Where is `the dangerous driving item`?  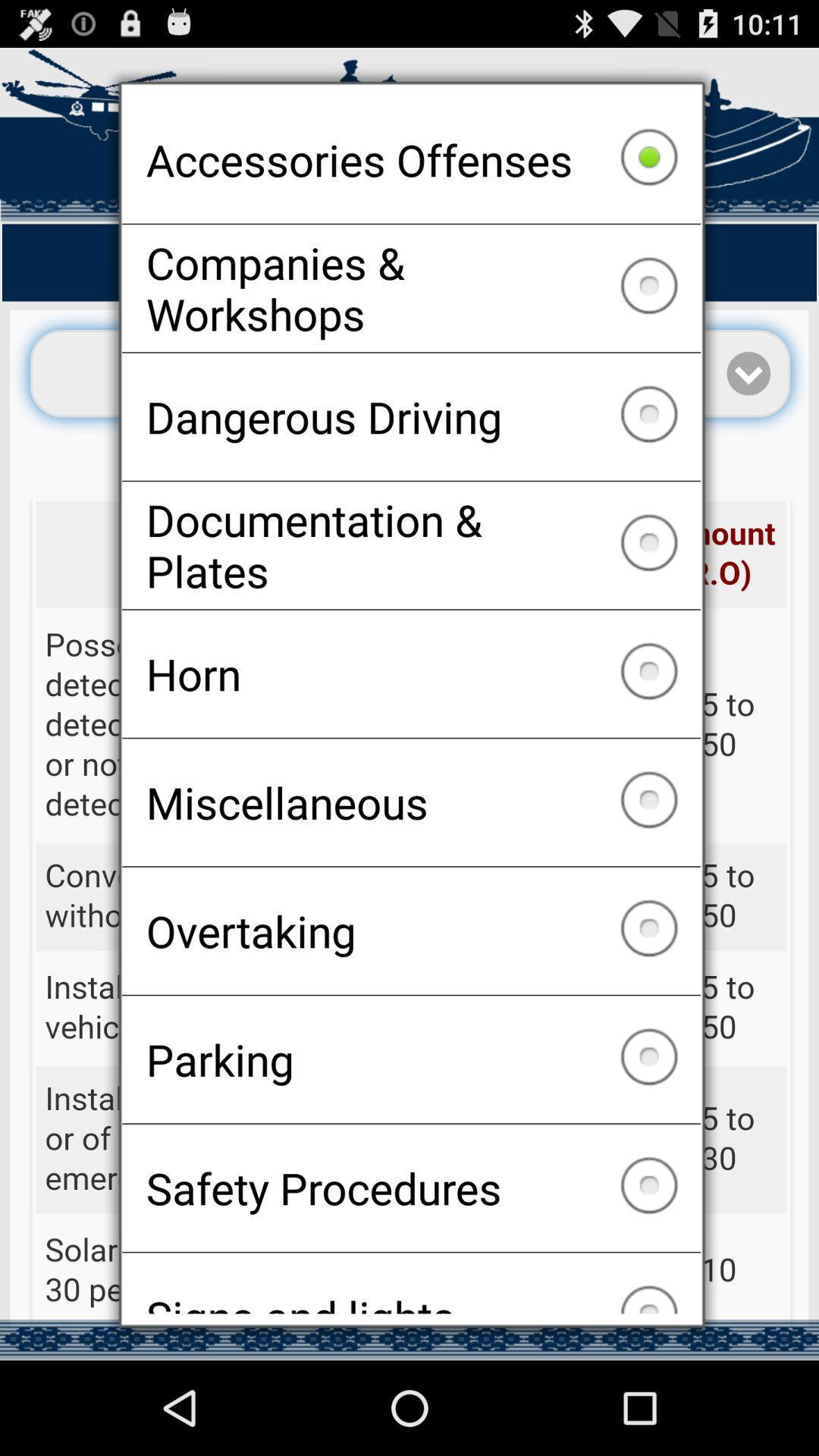 the dangerous driving item is located at coordinates (411, 416).